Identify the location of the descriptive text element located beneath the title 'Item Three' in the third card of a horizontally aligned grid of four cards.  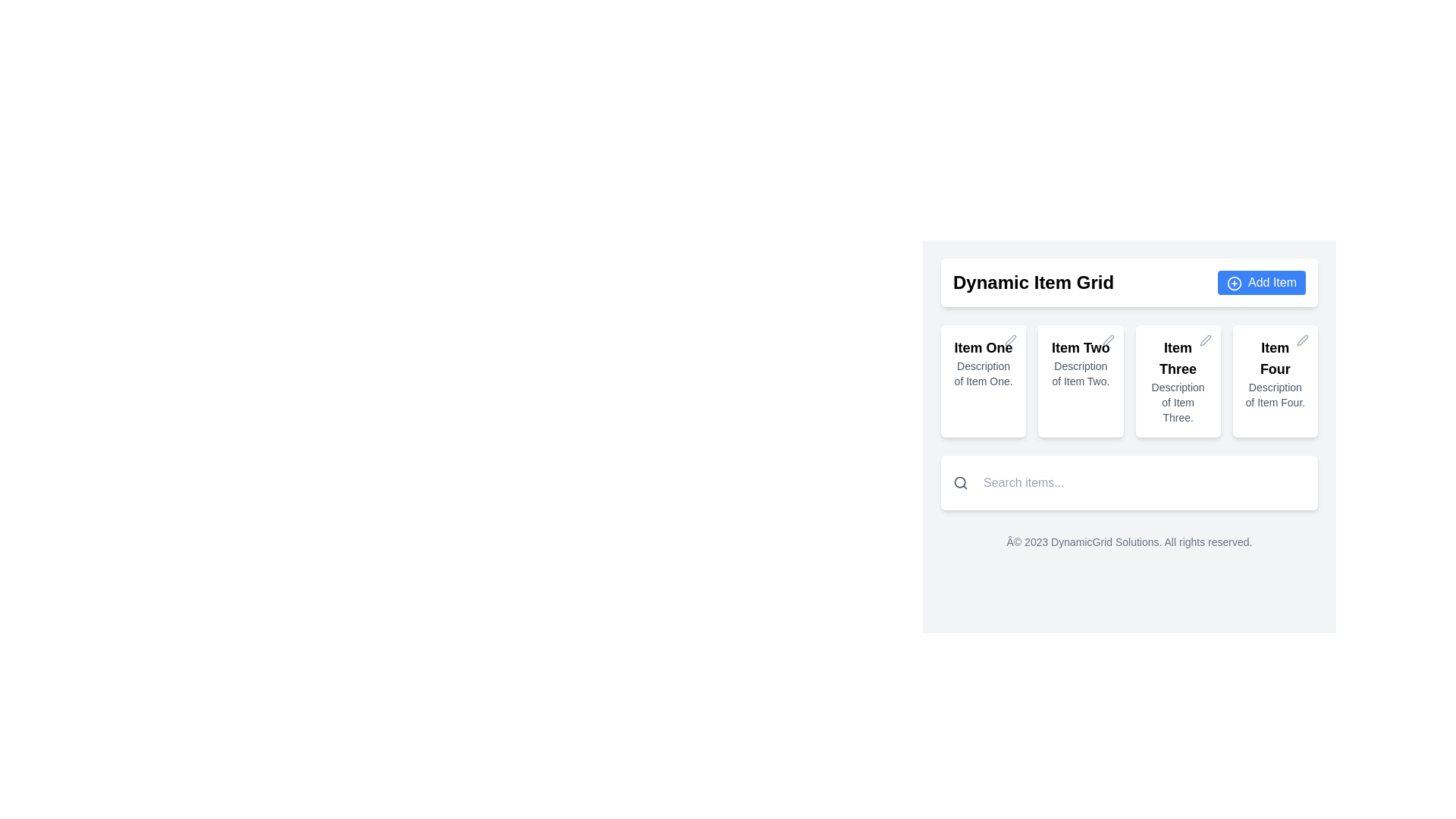
(1177, 402).